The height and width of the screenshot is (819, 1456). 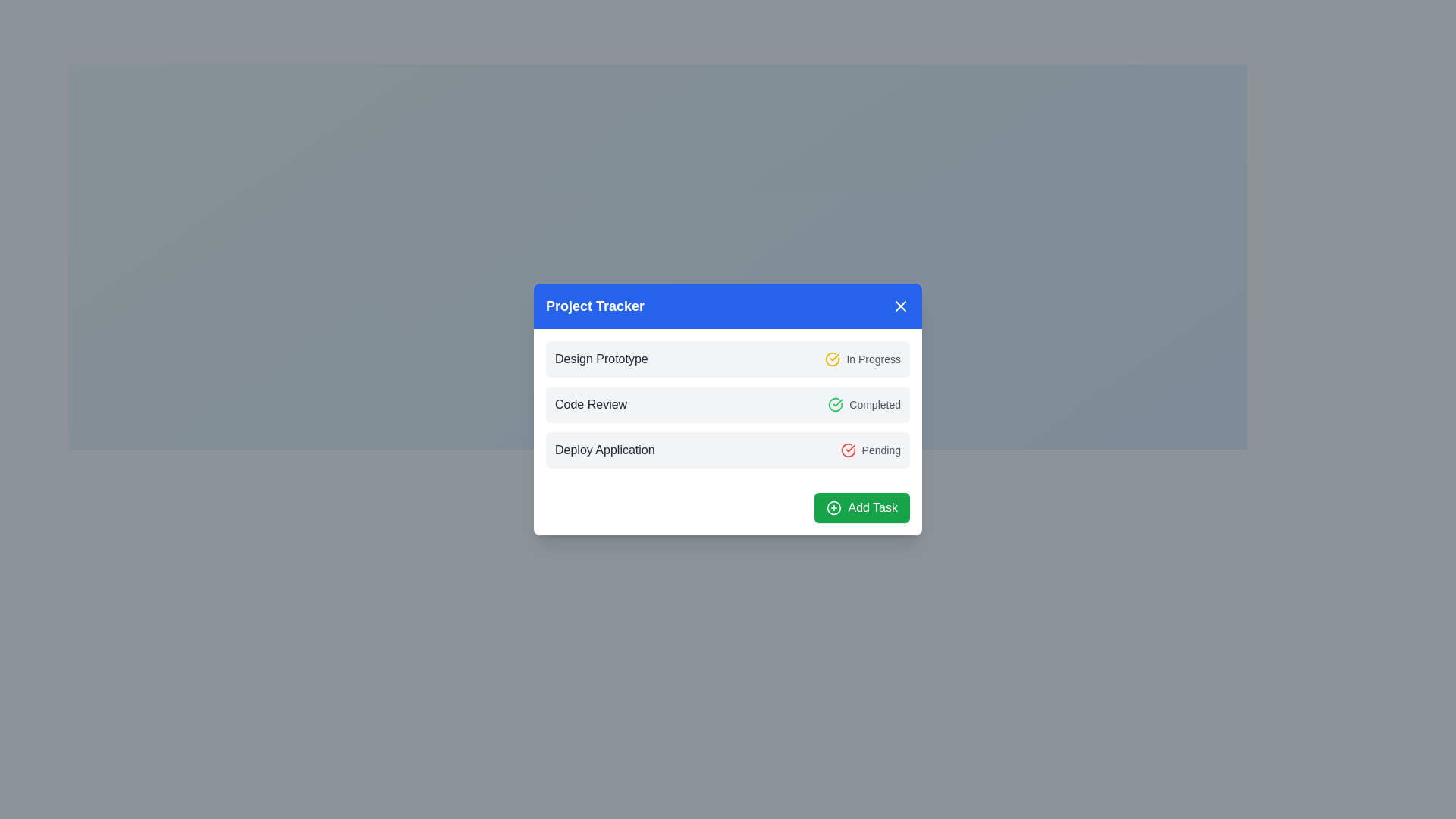 What do you see at coordinates (901, 306) in the screenshot?
I see `the close button represented by a diagonal line forming part of an 'X' shape in the header of the 'Project Tracker' modal` at bounding box center [901, 306].